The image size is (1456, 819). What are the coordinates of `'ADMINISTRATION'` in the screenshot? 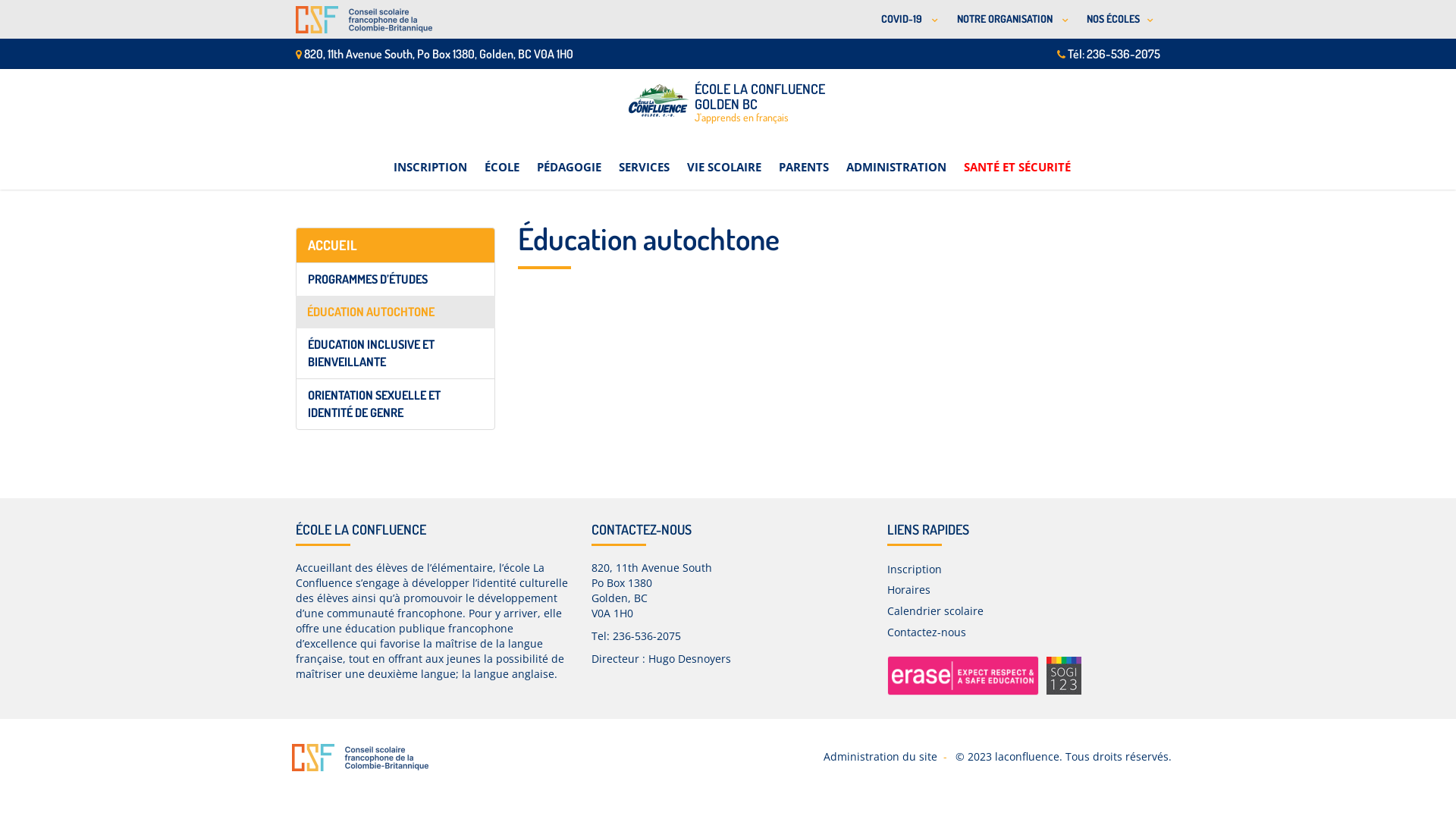 It's located at (846, 158).